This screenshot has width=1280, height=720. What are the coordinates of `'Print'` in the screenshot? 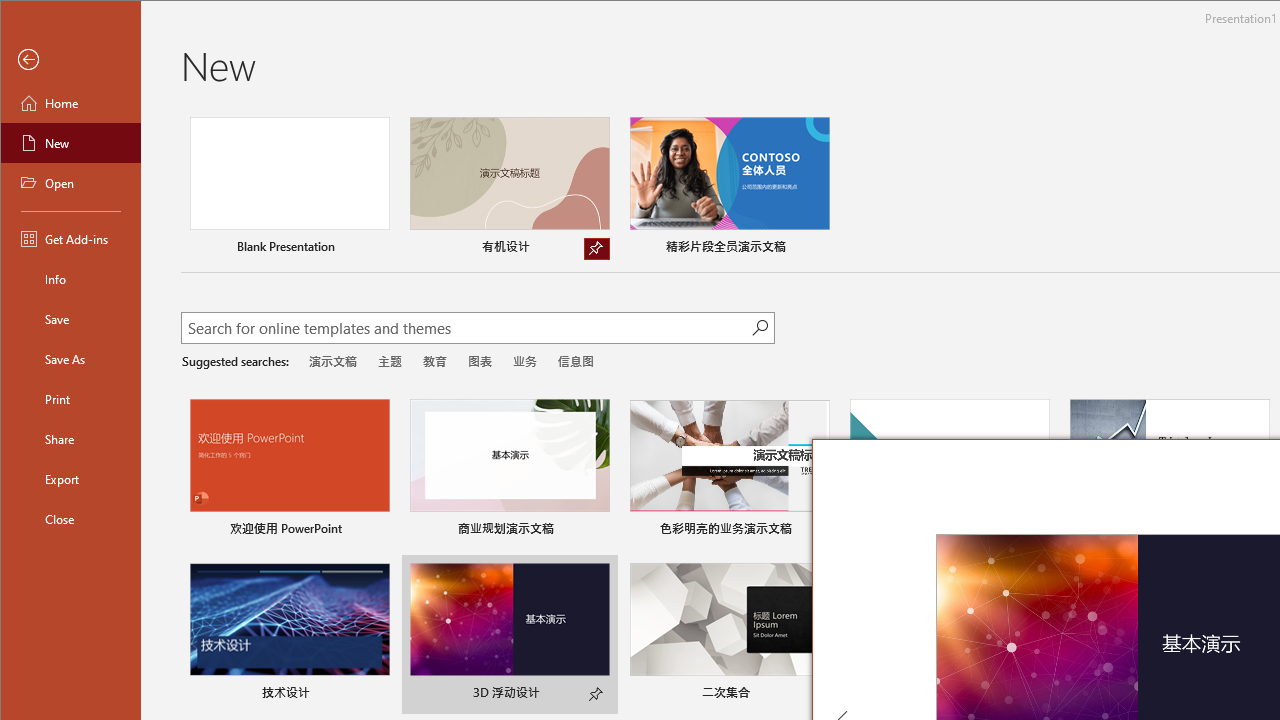 It's located at (71, 398).